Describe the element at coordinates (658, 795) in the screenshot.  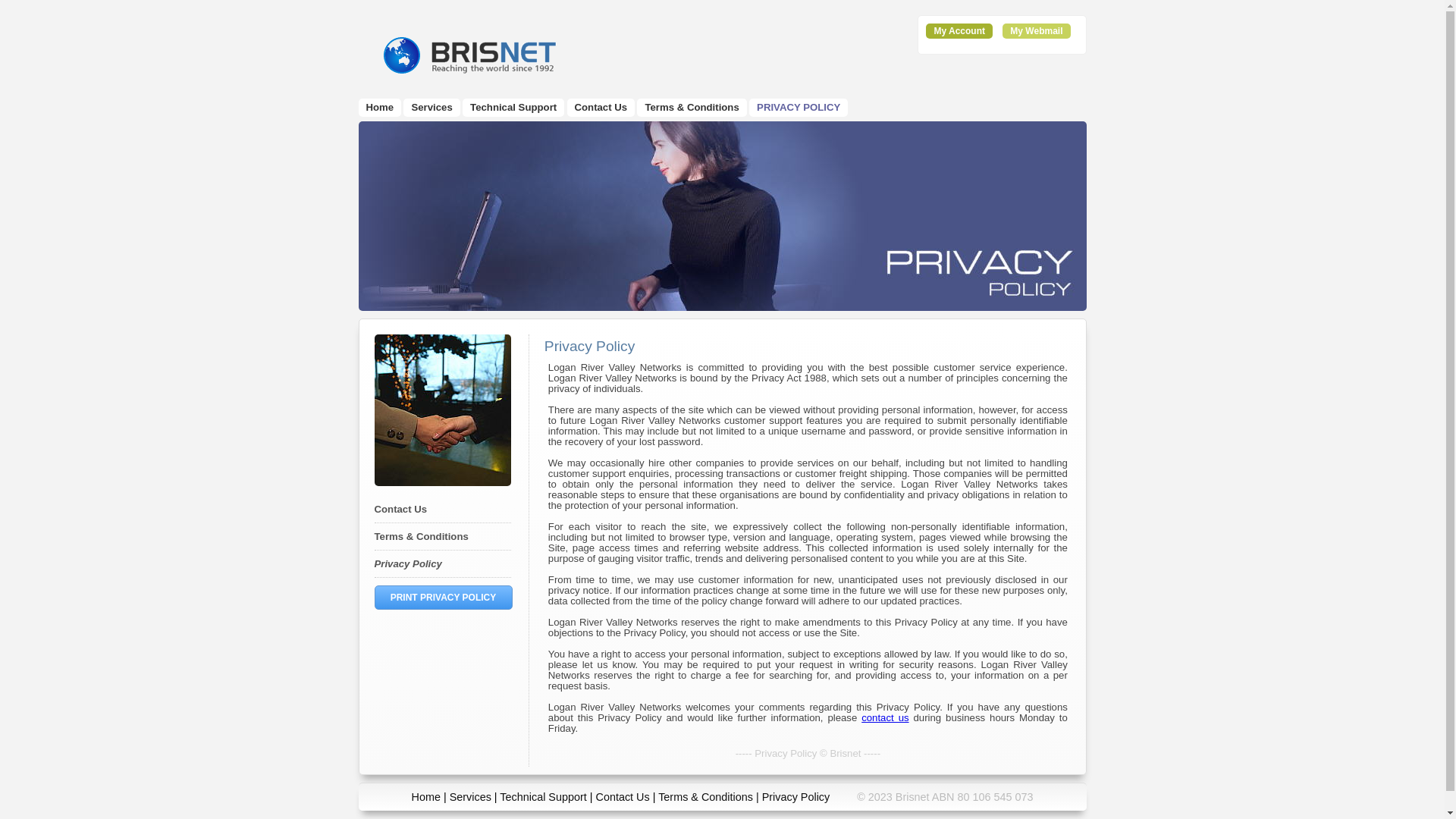
I see `'Terms & Conditions |'` at that location.